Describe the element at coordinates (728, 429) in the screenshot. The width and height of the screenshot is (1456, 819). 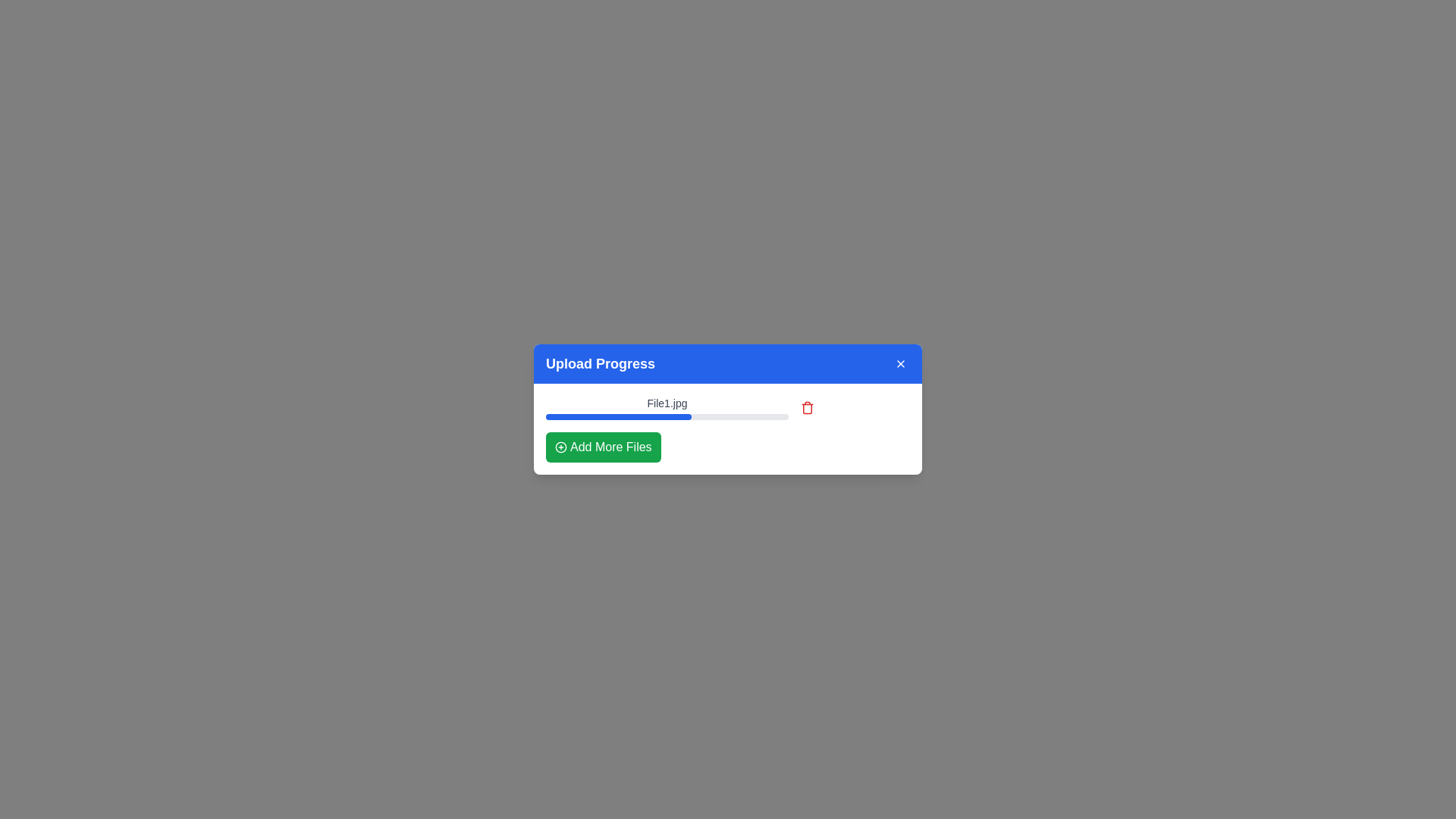
I see `the progress bar in the 'Upload Progress' modal` at that location.